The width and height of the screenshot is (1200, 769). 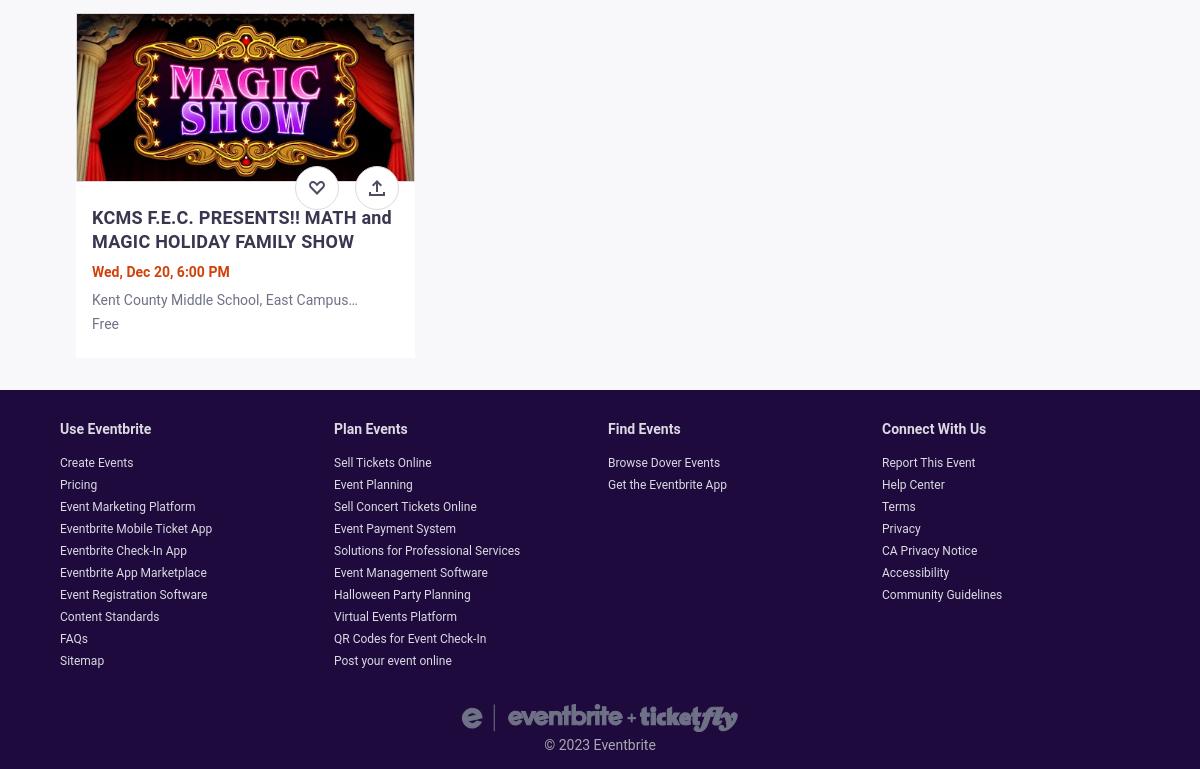 I want to click on 'CA Privacy Notice', so click(x=881, y=549).